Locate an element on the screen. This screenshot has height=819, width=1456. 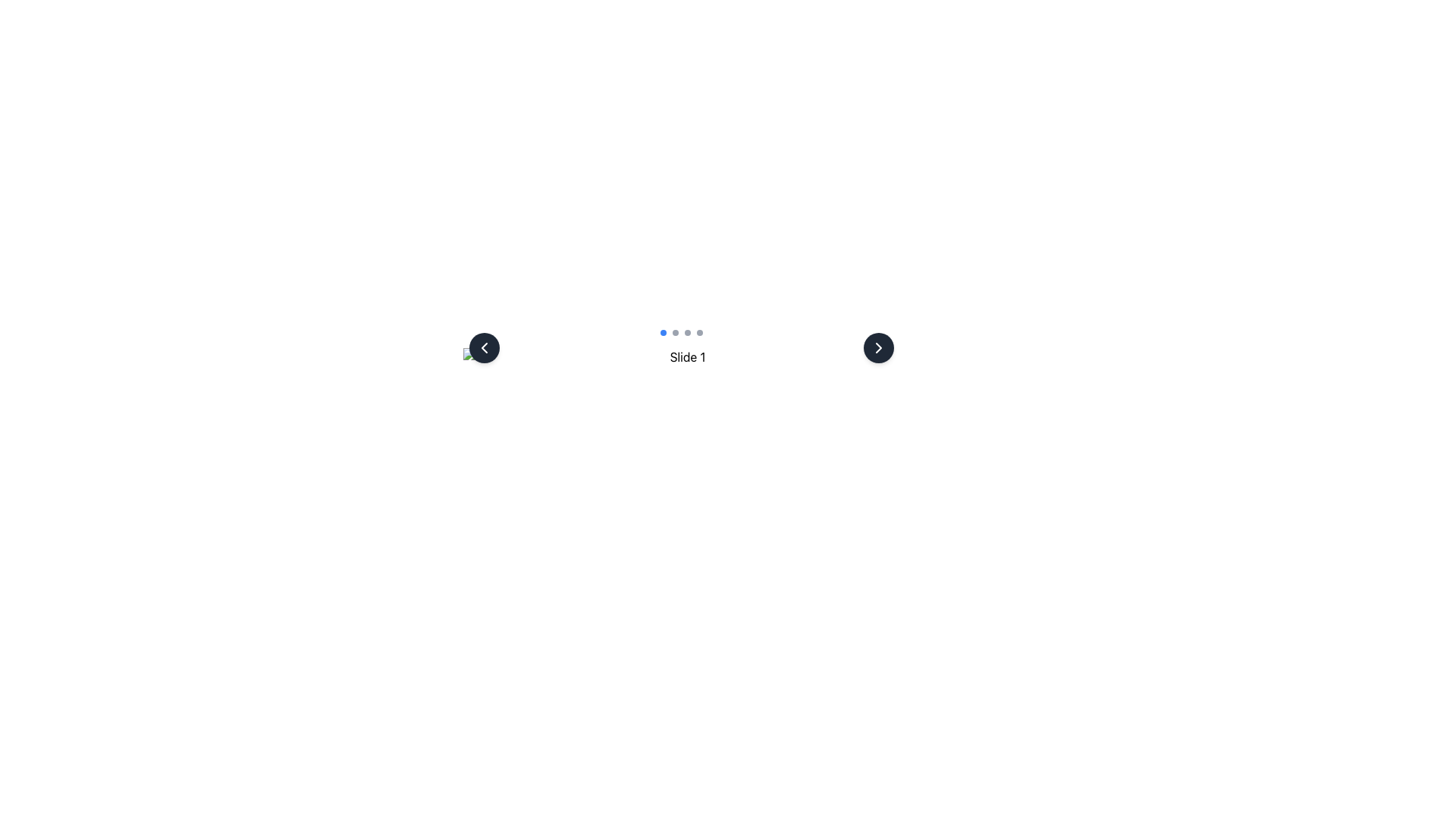
the right-facing navigation icon located within the circular navigation button on the rightmost side of the interface, which facilitates moving to the next slide or page is located at coordinates (878, 348).